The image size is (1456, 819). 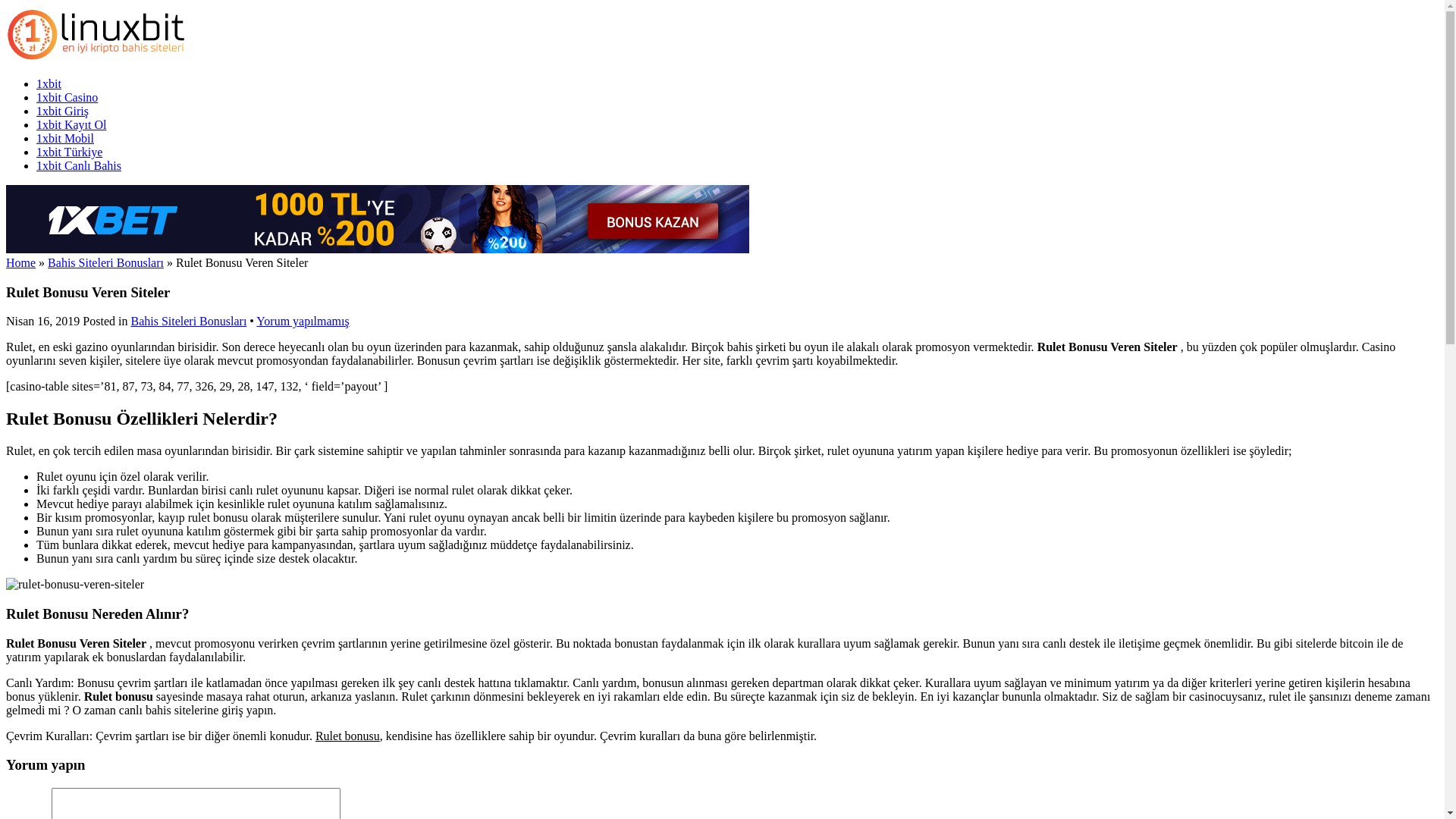 I want to click on 'Home', so click(x=20, y=262).